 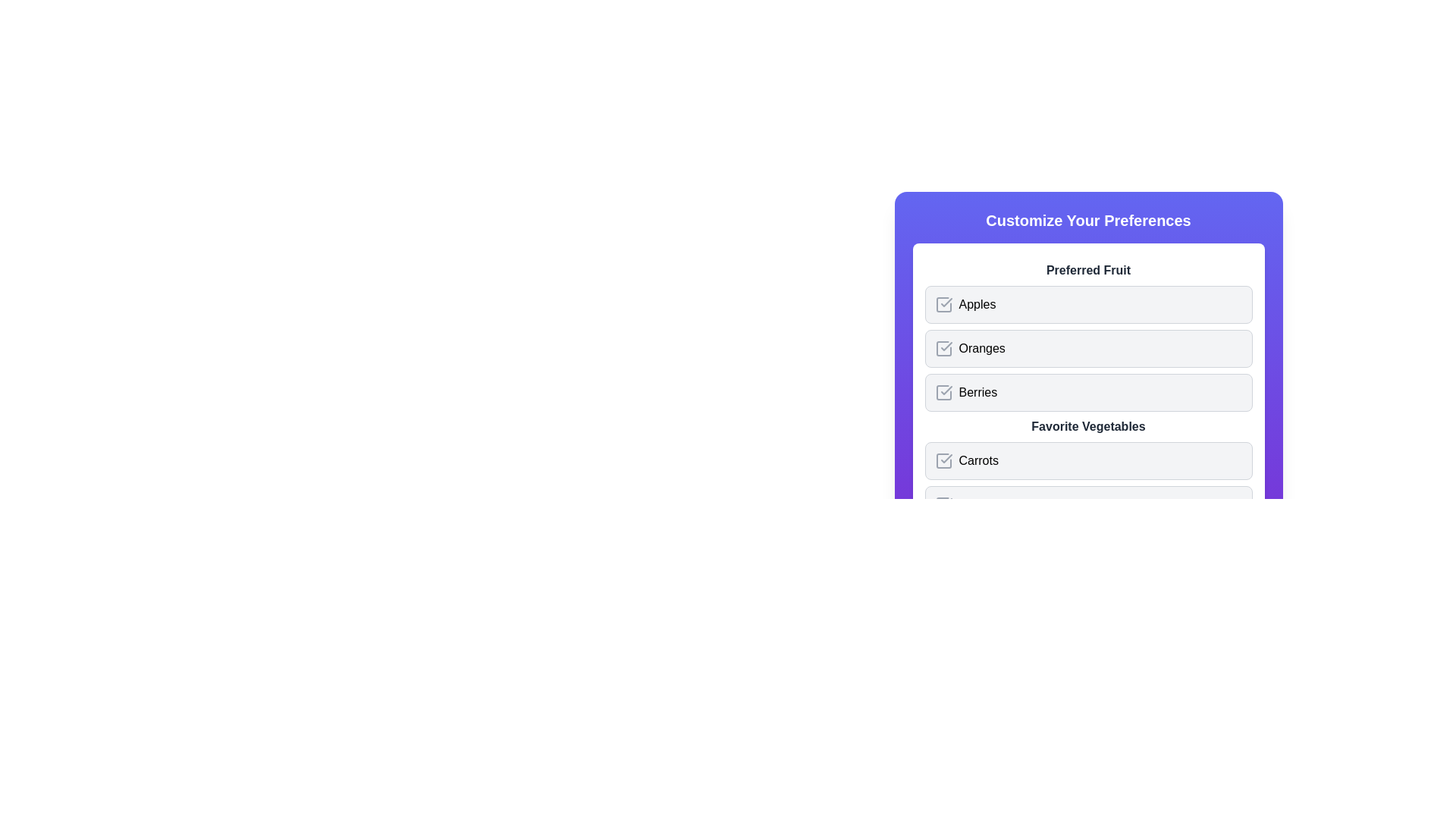 What do you see at coordinates (943, 304) in the screenshot?
I see `the checkbox for 'Apples' in the 'Preferred Fruit' category to potentially see a tooltip or highlight` at bounding box center [943, 304].